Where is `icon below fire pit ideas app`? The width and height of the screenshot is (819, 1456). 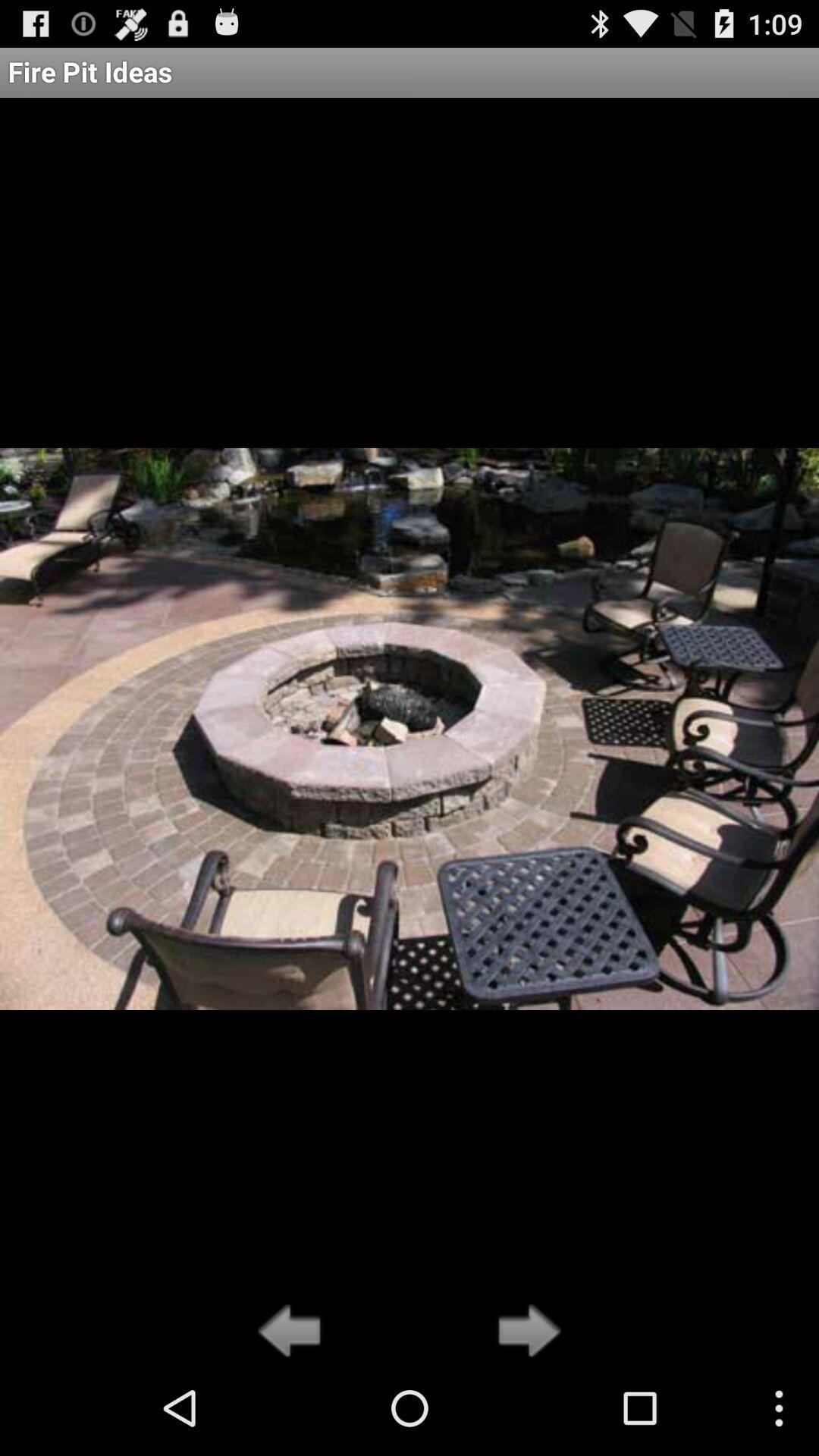
icon below fire pit ideas app is located at coordinates (524, 1332).